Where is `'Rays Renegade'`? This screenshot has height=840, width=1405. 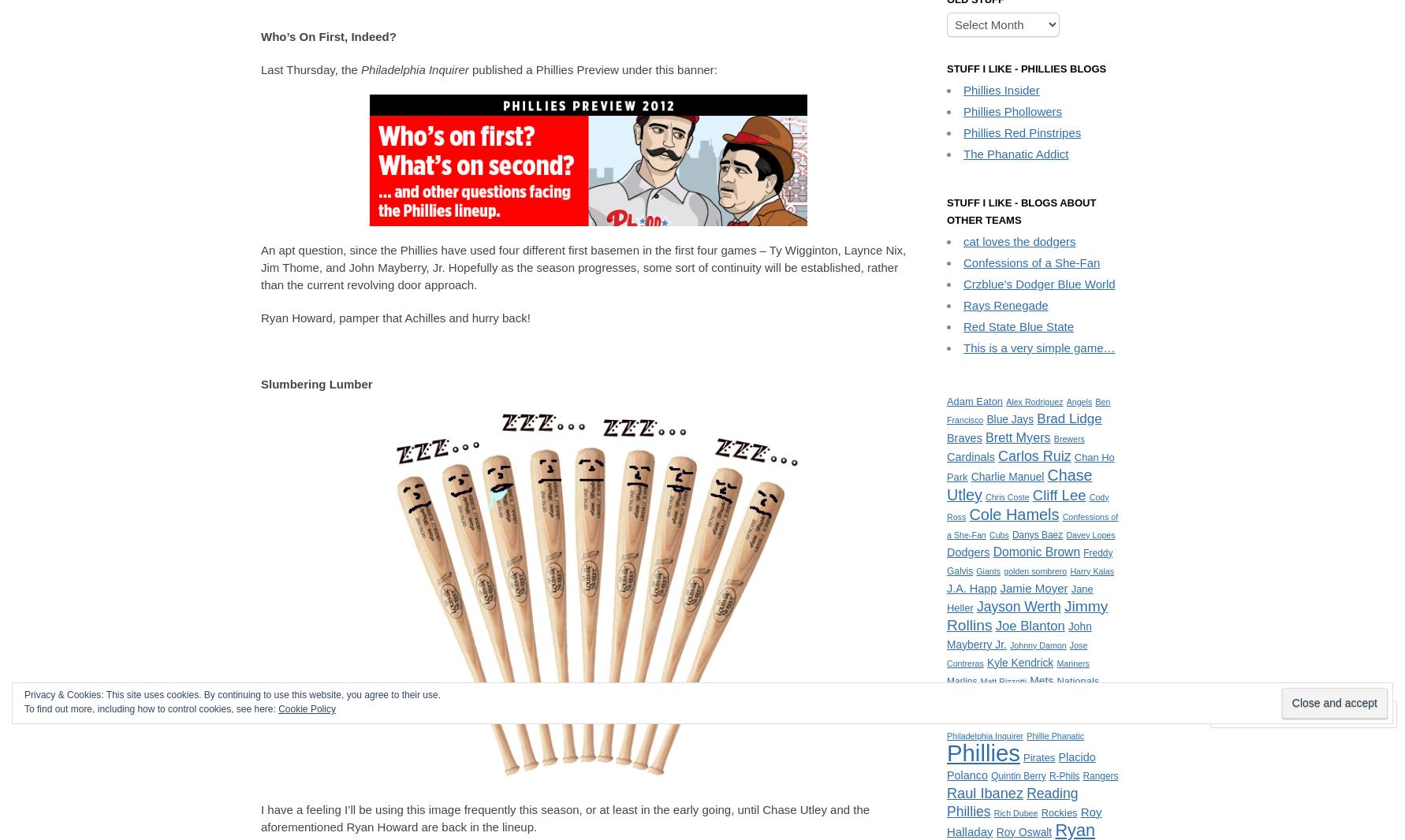
'Rays Renegade' is located at coordinates (1005, 304).